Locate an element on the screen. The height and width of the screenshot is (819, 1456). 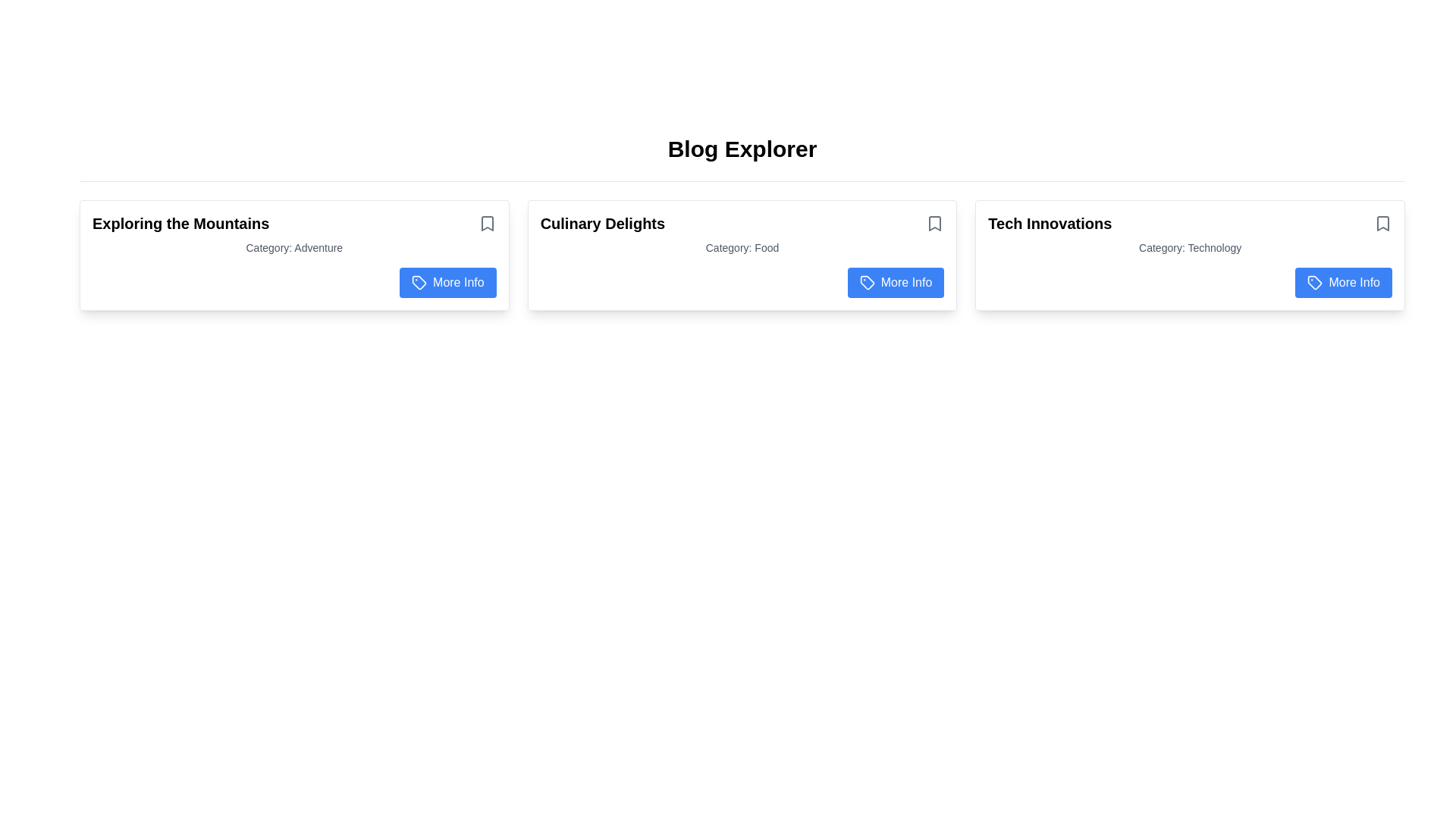
the 'More Info' button located in the 'Tech Innovations' section to retrieve additional details is located at coordinates (1344, 283).